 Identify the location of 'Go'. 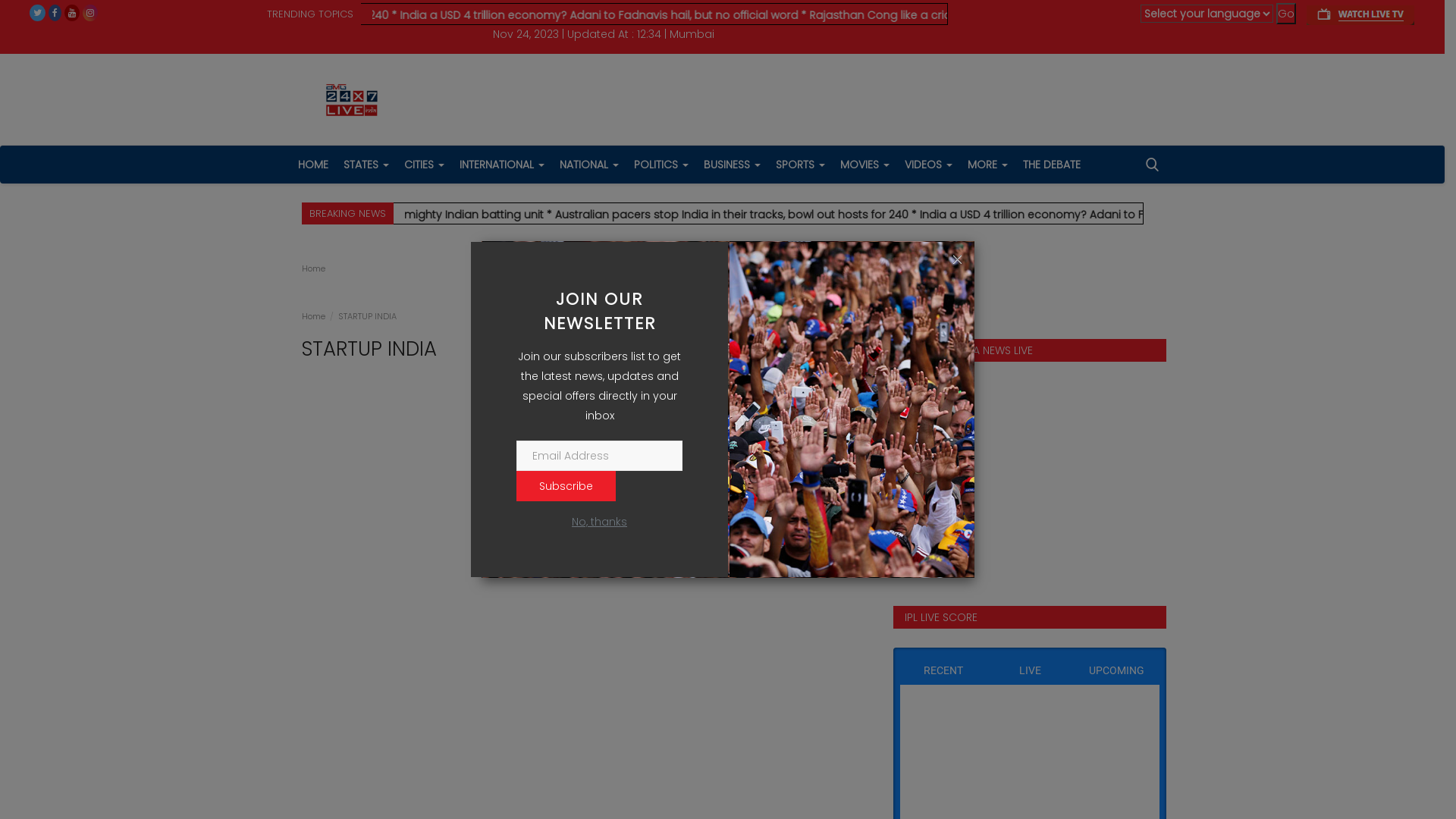
(1285, 14).